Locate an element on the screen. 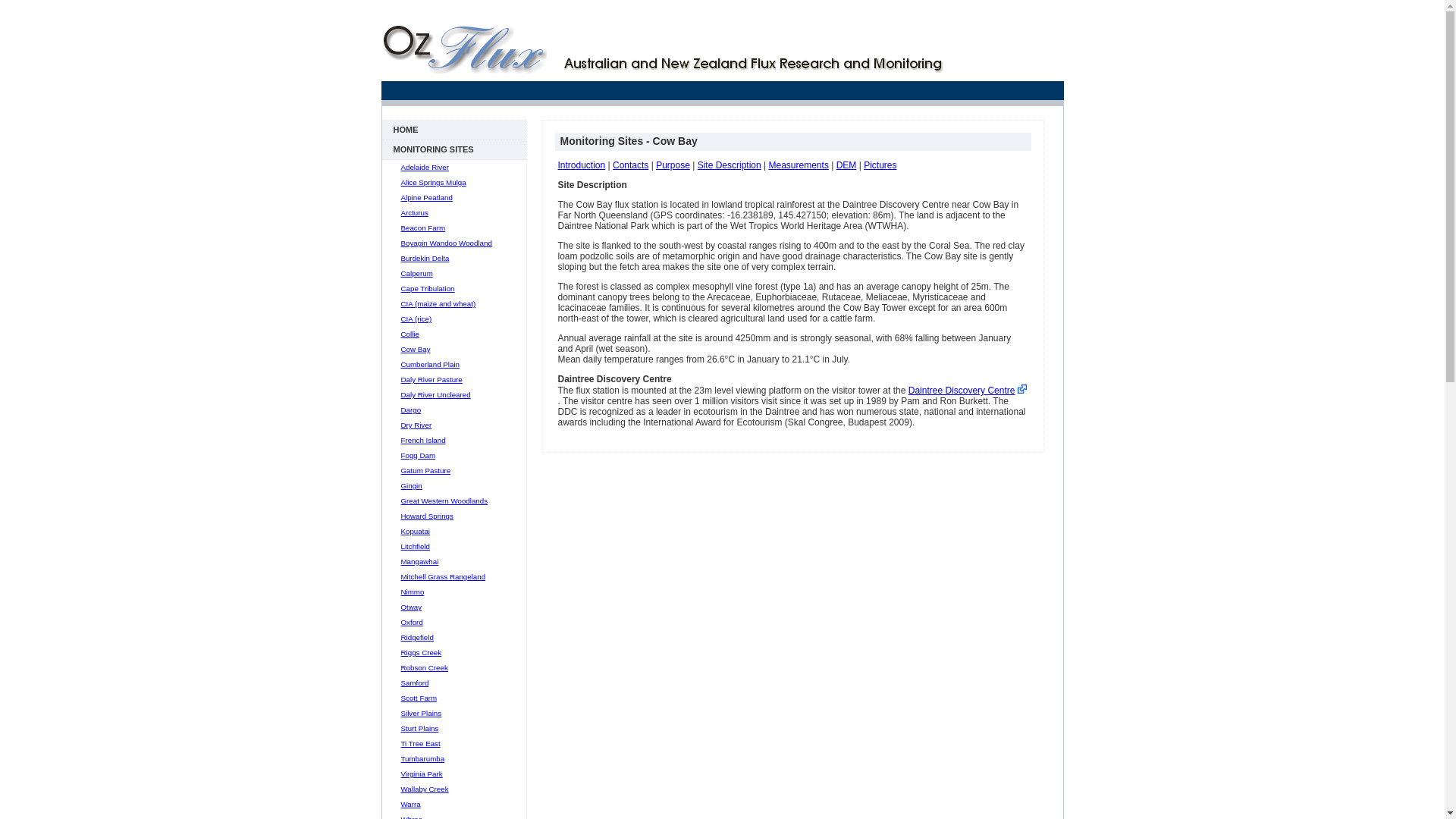  'CIA (maize and wheat)' is located at coordinates (437, 303).